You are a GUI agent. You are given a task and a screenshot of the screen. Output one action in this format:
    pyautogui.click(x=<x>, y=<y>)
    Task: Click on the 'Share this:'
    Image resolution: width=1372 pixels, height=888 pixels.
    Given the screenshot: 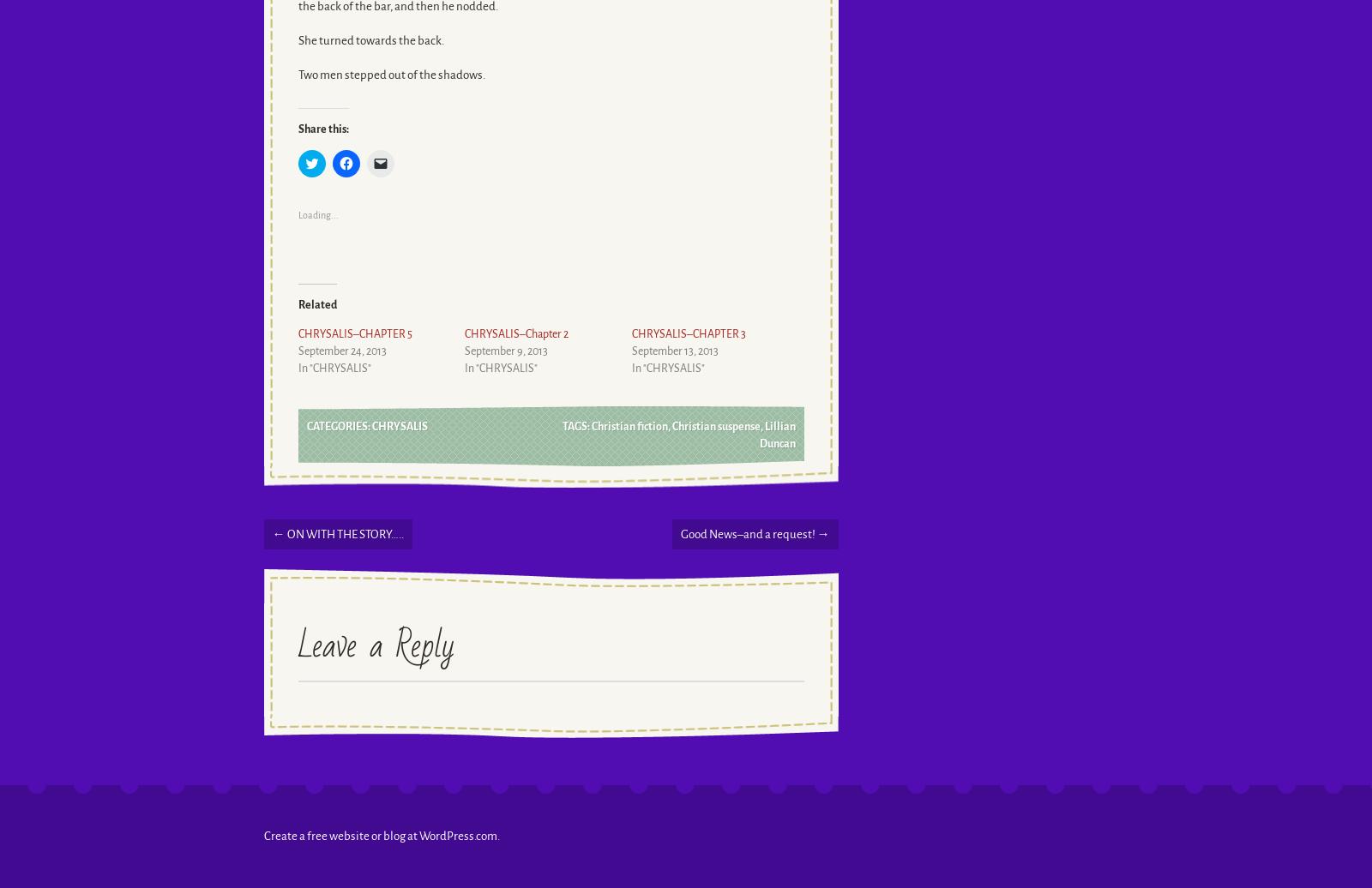 What is the action you would take?
    pyautogui.click(x=298, y=129)
    